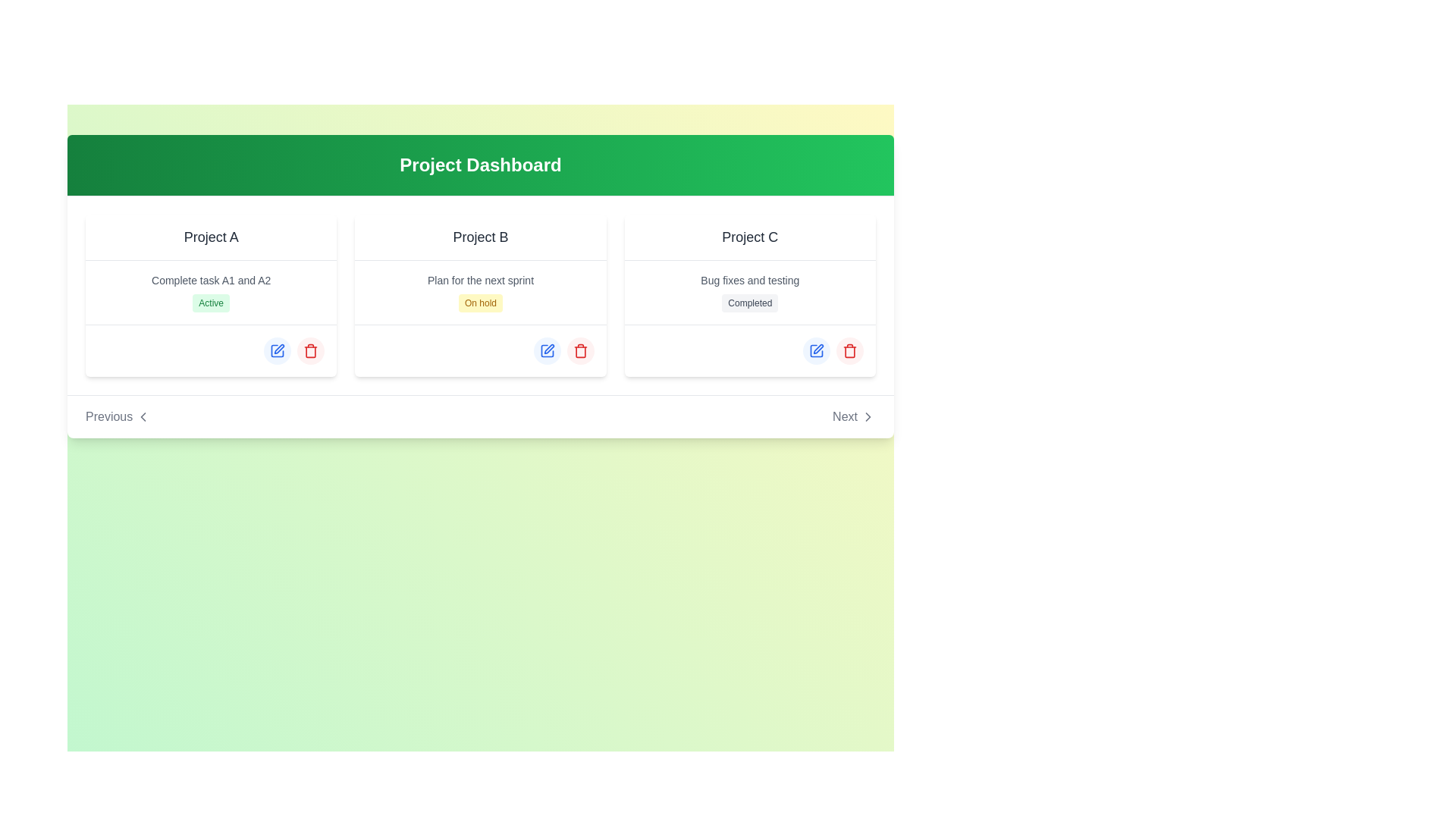 The height and width of the screenshot is (819, 1456). What do you see at coordinates (750, 350) in the screenshot?
I see `the Action Panel at the bottom of the 'Project C' card in the 'Project Dashboard'` at bounding box center [750, 350].